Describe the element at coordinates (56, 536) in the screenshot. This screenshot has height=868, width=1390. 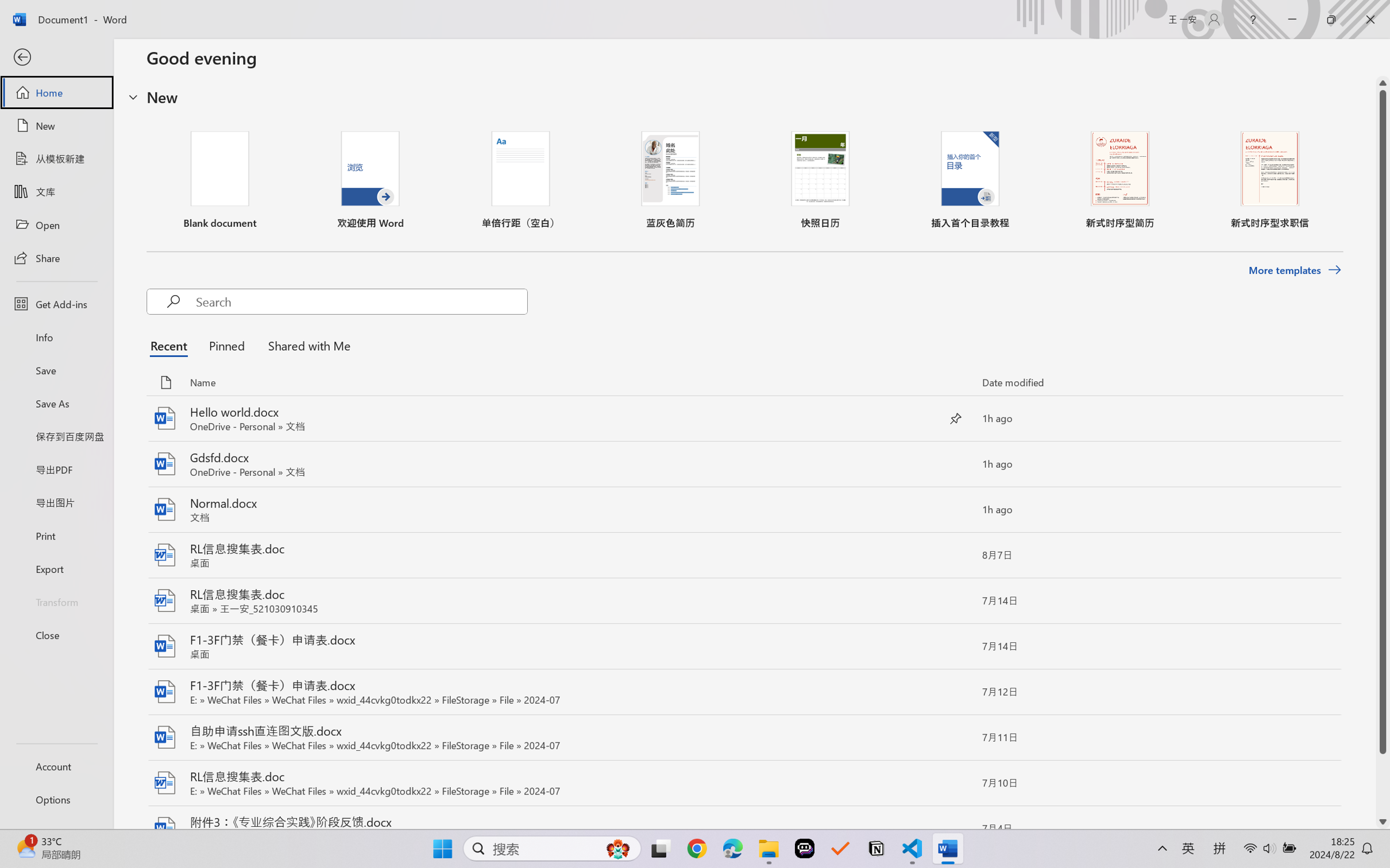
I see `'Print'` at that location.